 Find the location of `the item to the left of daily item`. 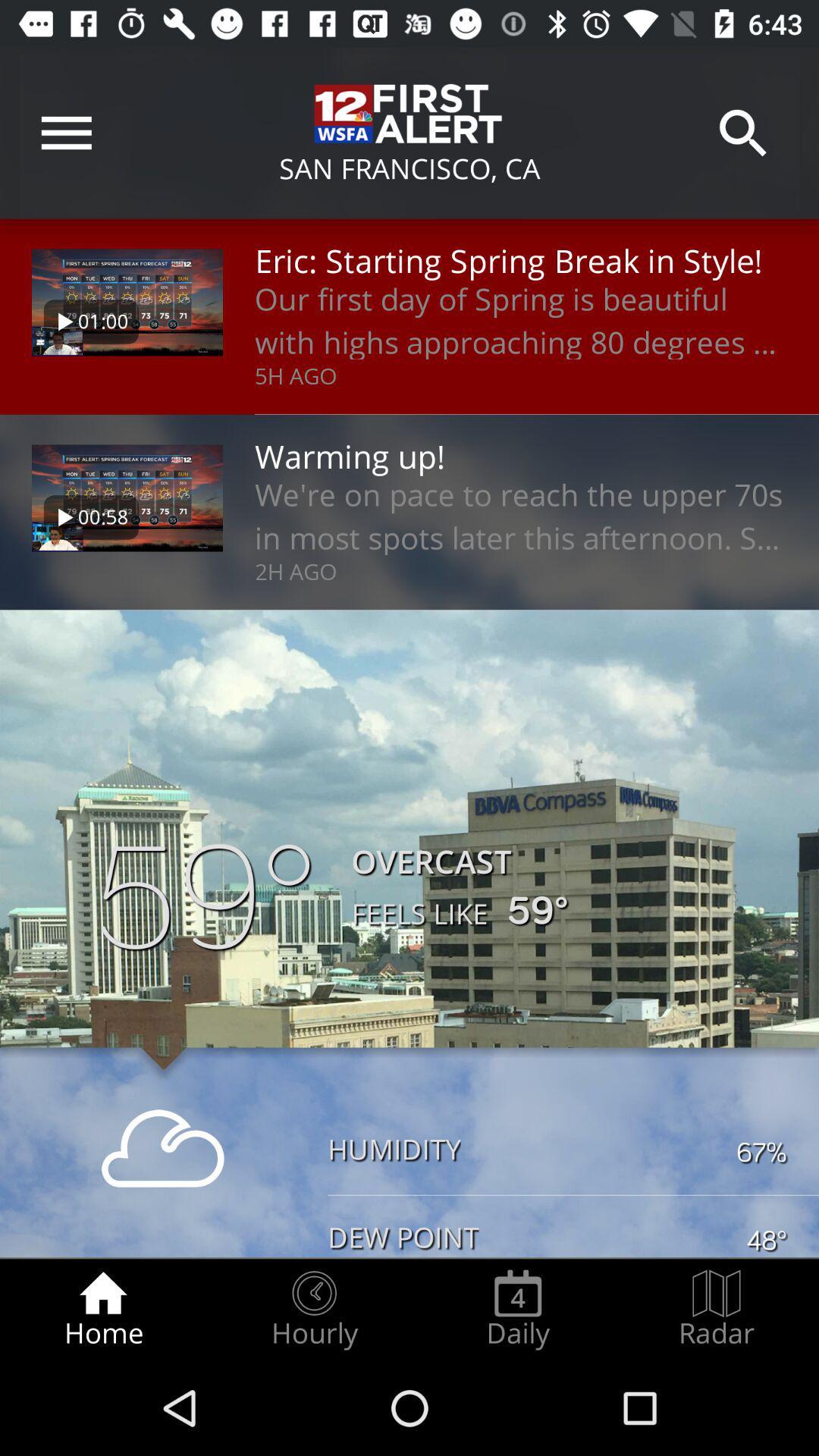

the item to the left of daily item is located at coordinates (313, 1309).